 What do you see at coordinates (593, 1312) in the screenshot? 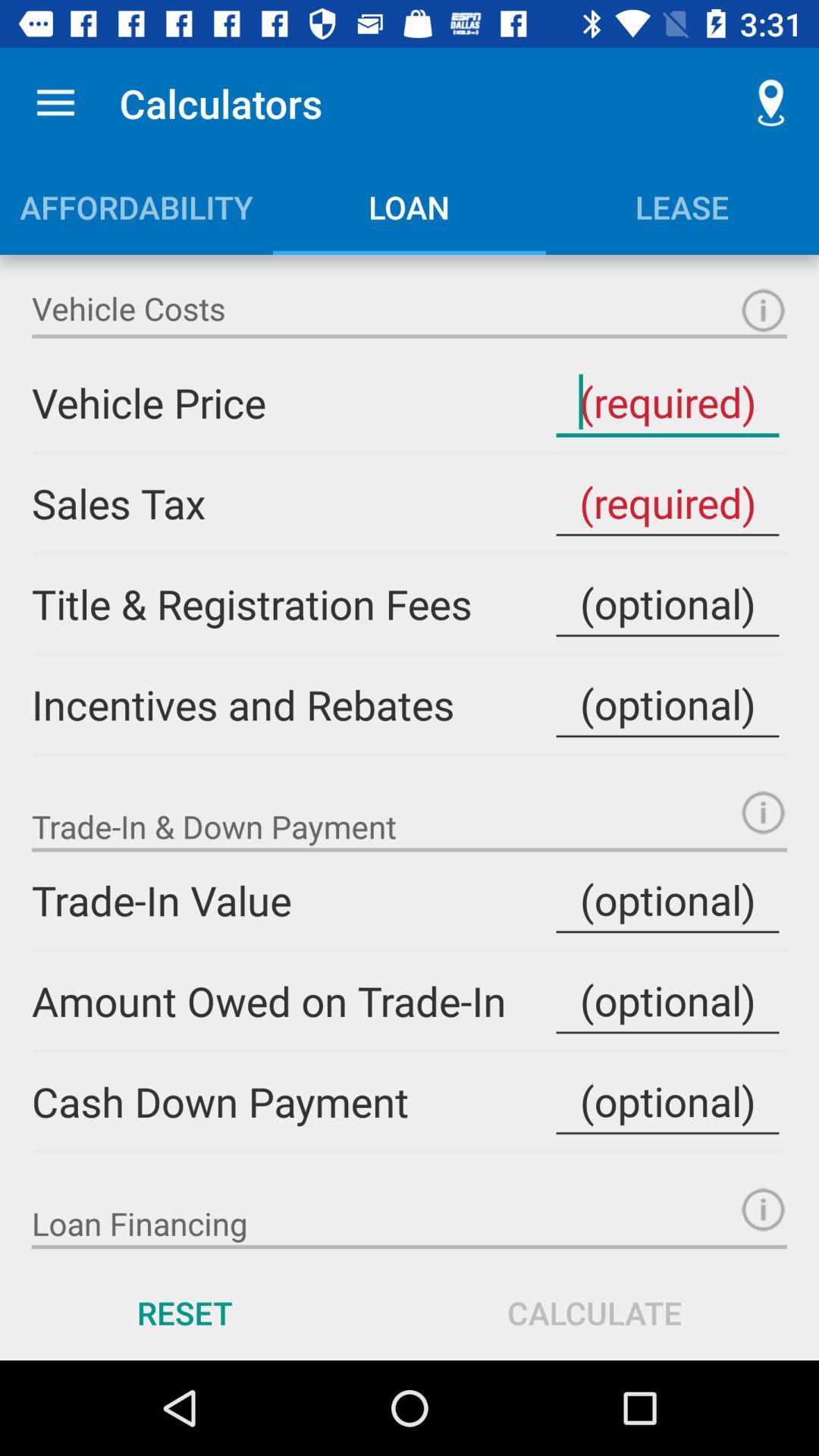
I see `the icon to the right of the reset item` at bounding box center [593, 1312].